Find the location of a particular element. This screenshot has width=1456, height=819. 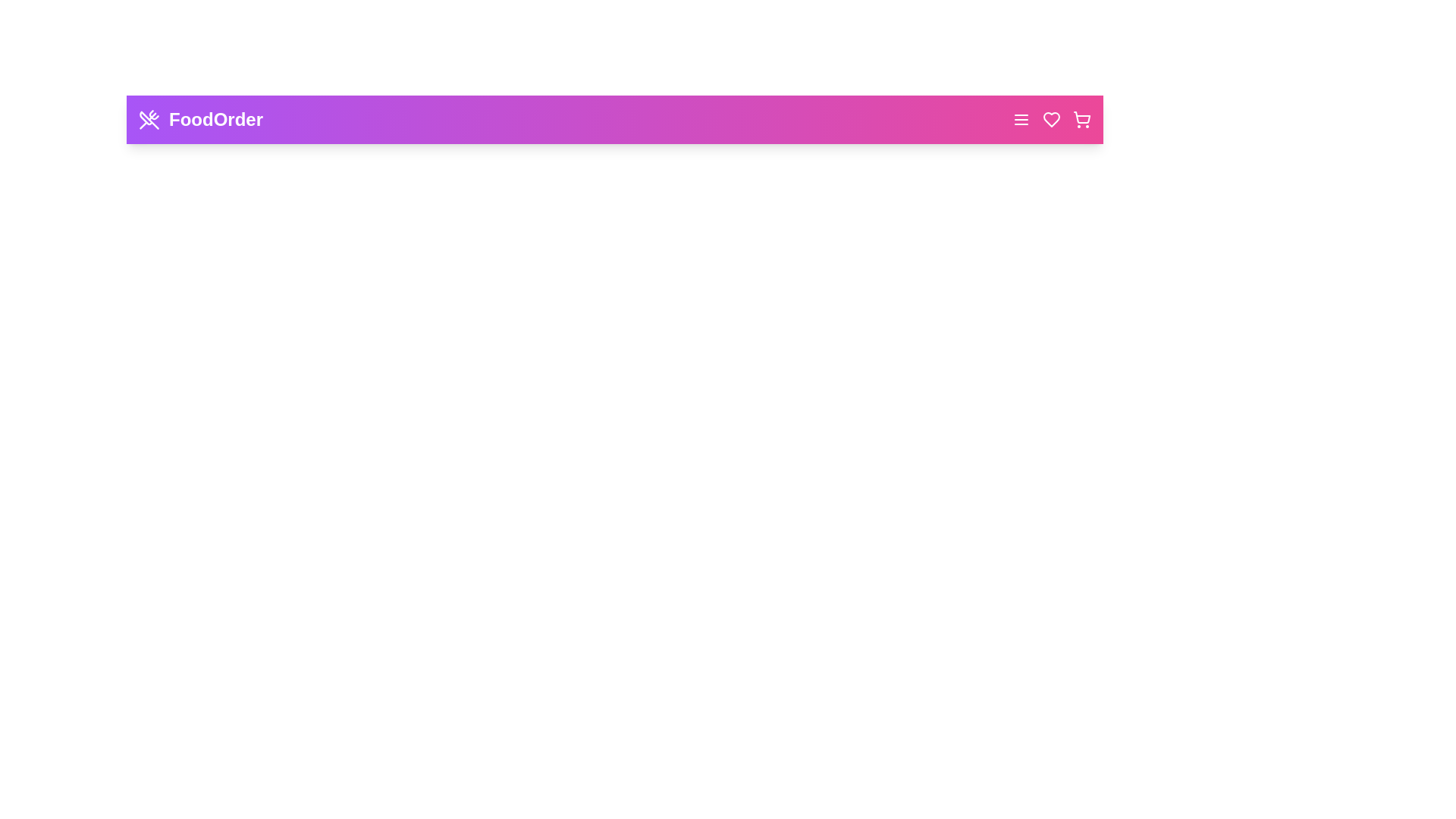

the 'Favorites' button to view favorite items is located at coordinates (1051, 119).